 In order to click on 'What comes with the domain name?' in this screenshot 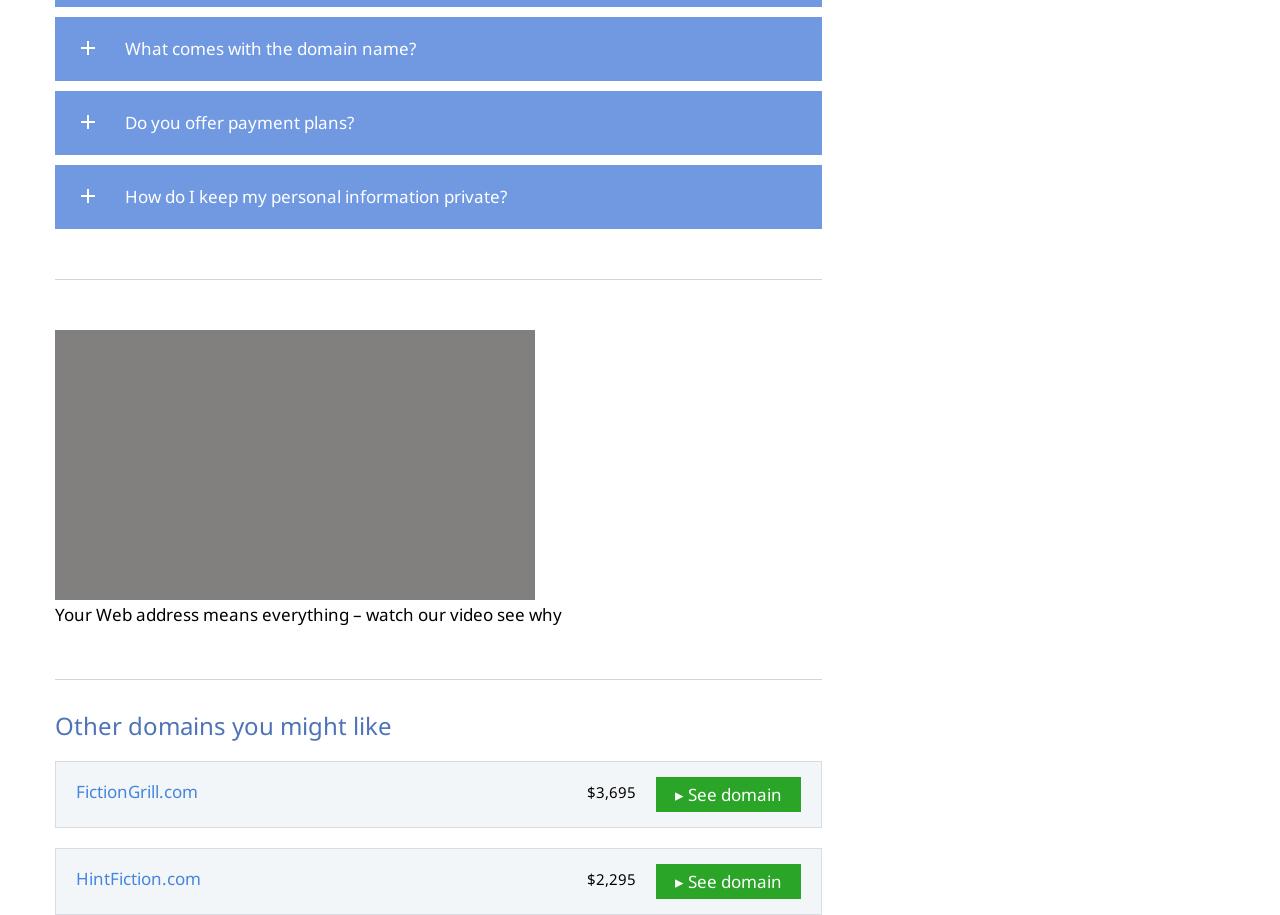, I will do `click(124, 48)`.